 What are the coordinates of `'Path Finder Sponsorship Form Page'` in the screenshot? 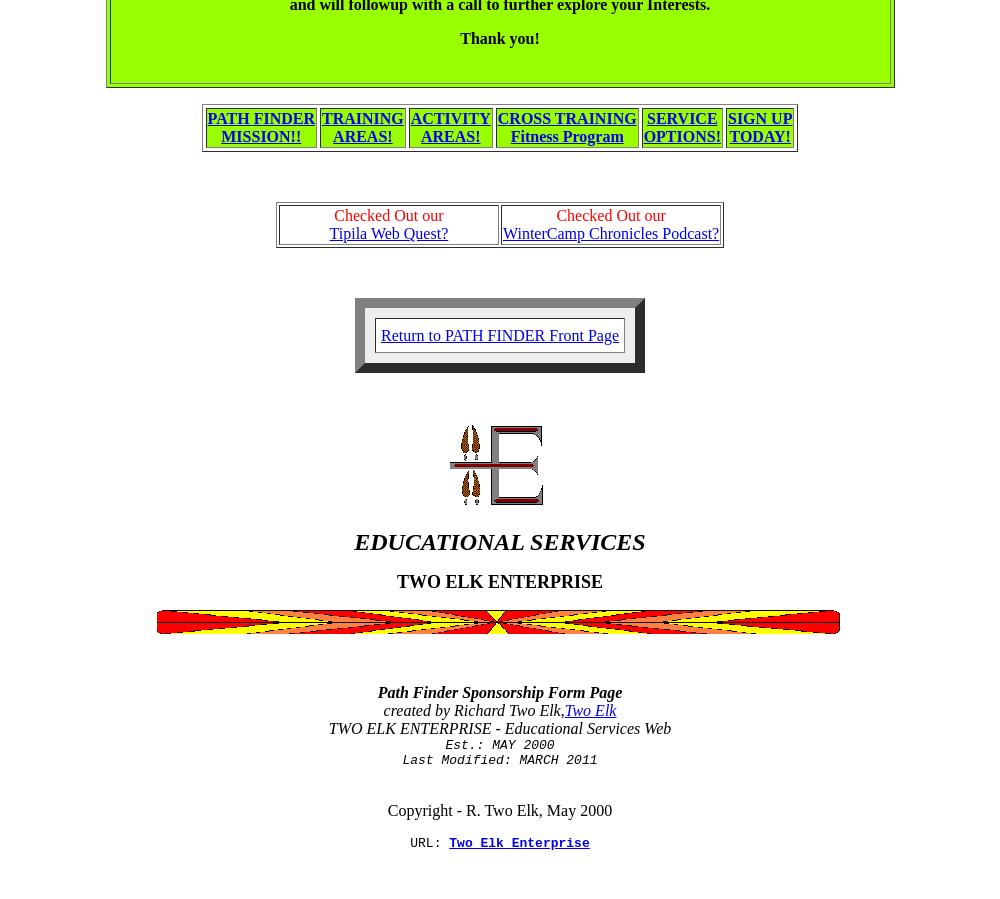 It's located at (498, 691).